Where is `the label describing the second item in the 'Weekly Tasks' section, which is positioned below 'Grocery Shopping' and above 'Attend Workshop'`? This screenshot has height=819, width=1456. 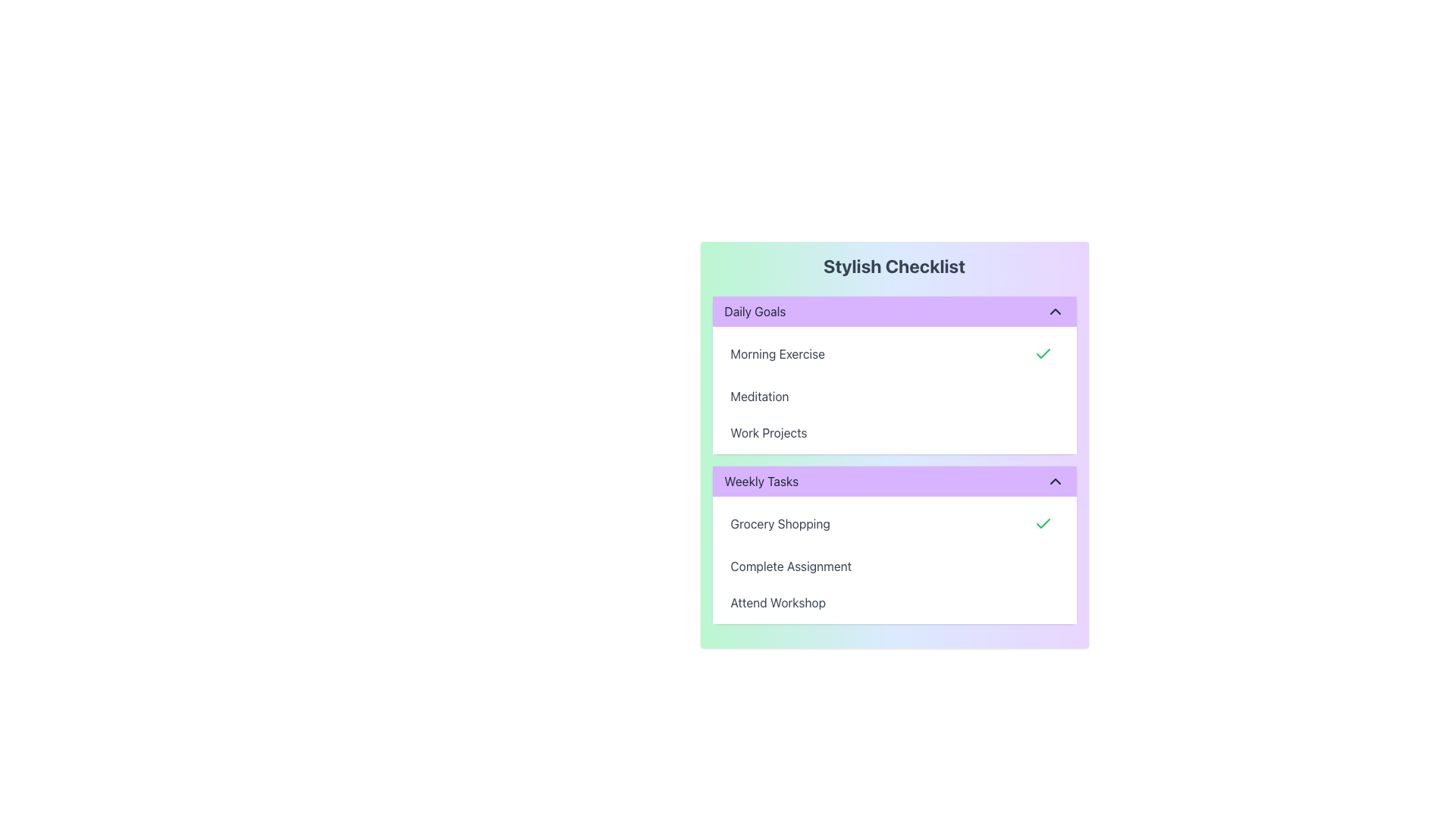 the label describing the second item in the 'Weekly Tasks' section, which is positioned below 'Grocery Shopping' and above 'Attend Workshop' is located at coordinates (790, 566).